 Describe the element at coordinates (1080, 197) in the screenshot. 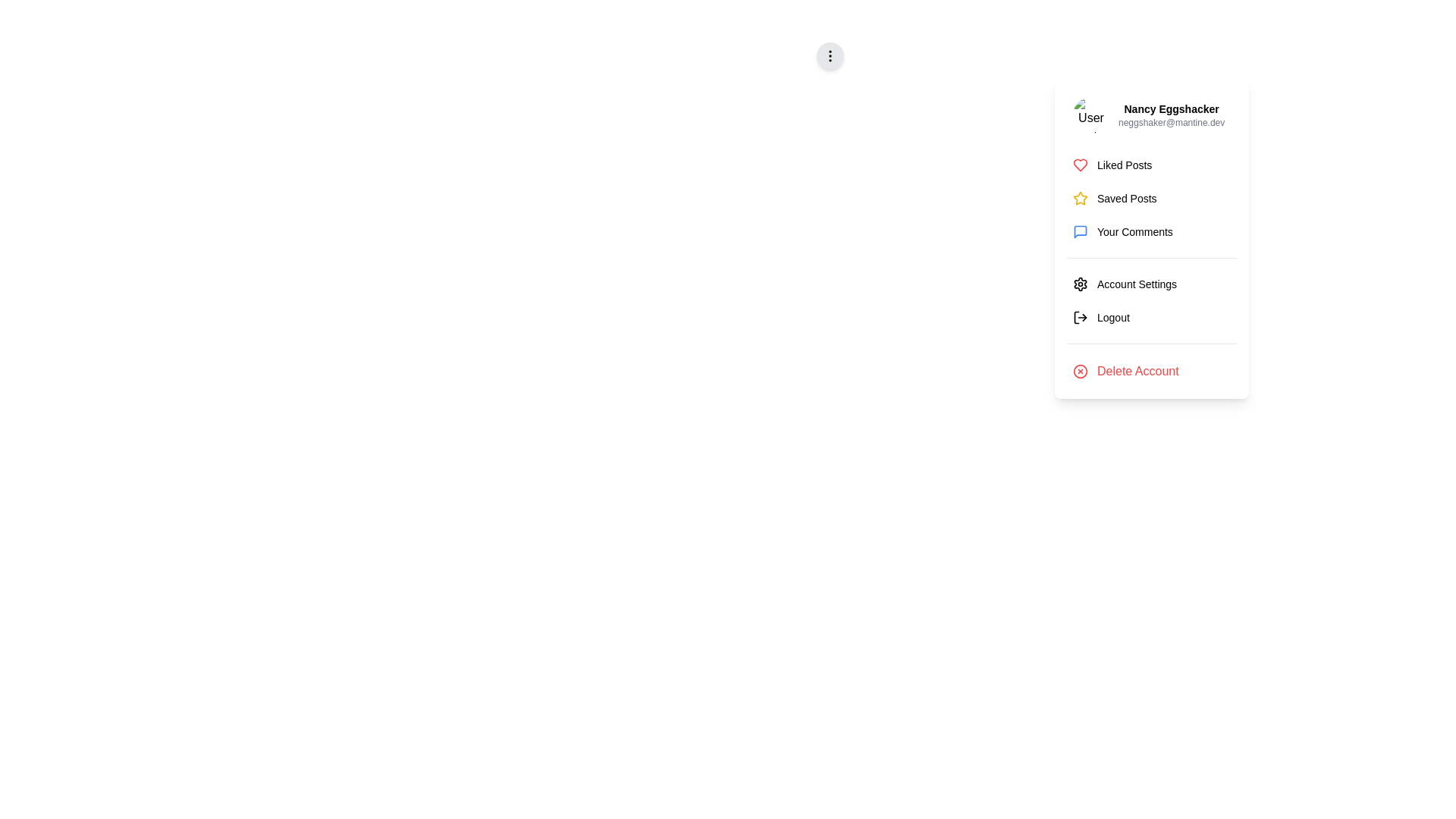

I see `the five-pointed star icon with hollow edges and a yellow perimeter, which is part of the 'Saved Posts' option in the right-side menu card` at that location.